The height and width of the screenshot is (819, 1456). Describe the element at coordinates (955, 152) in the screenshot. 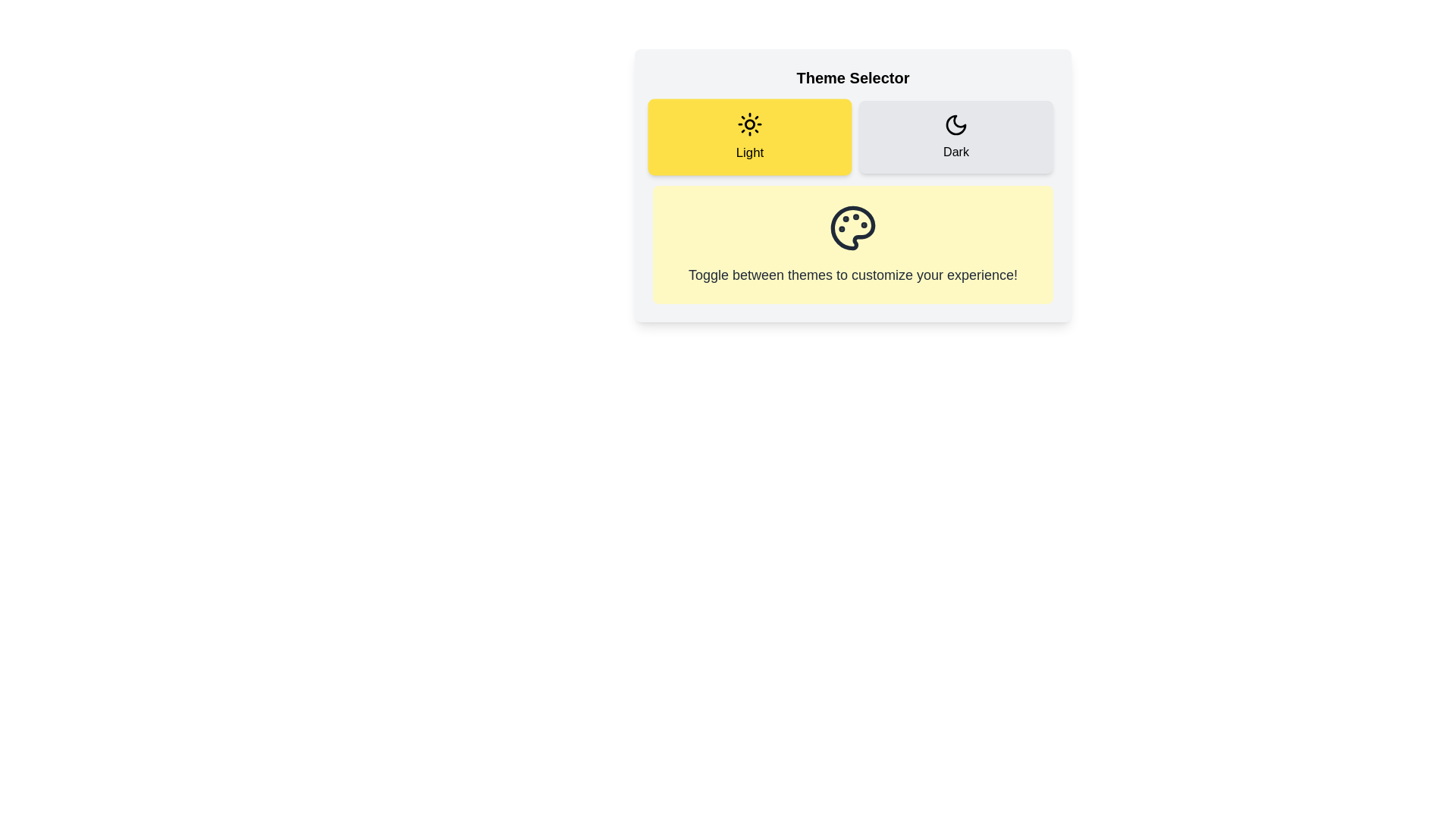

I see `the 'Dark' text label, which is styled in bold and located below the moon icon in the Theme Selector interface` at that location.